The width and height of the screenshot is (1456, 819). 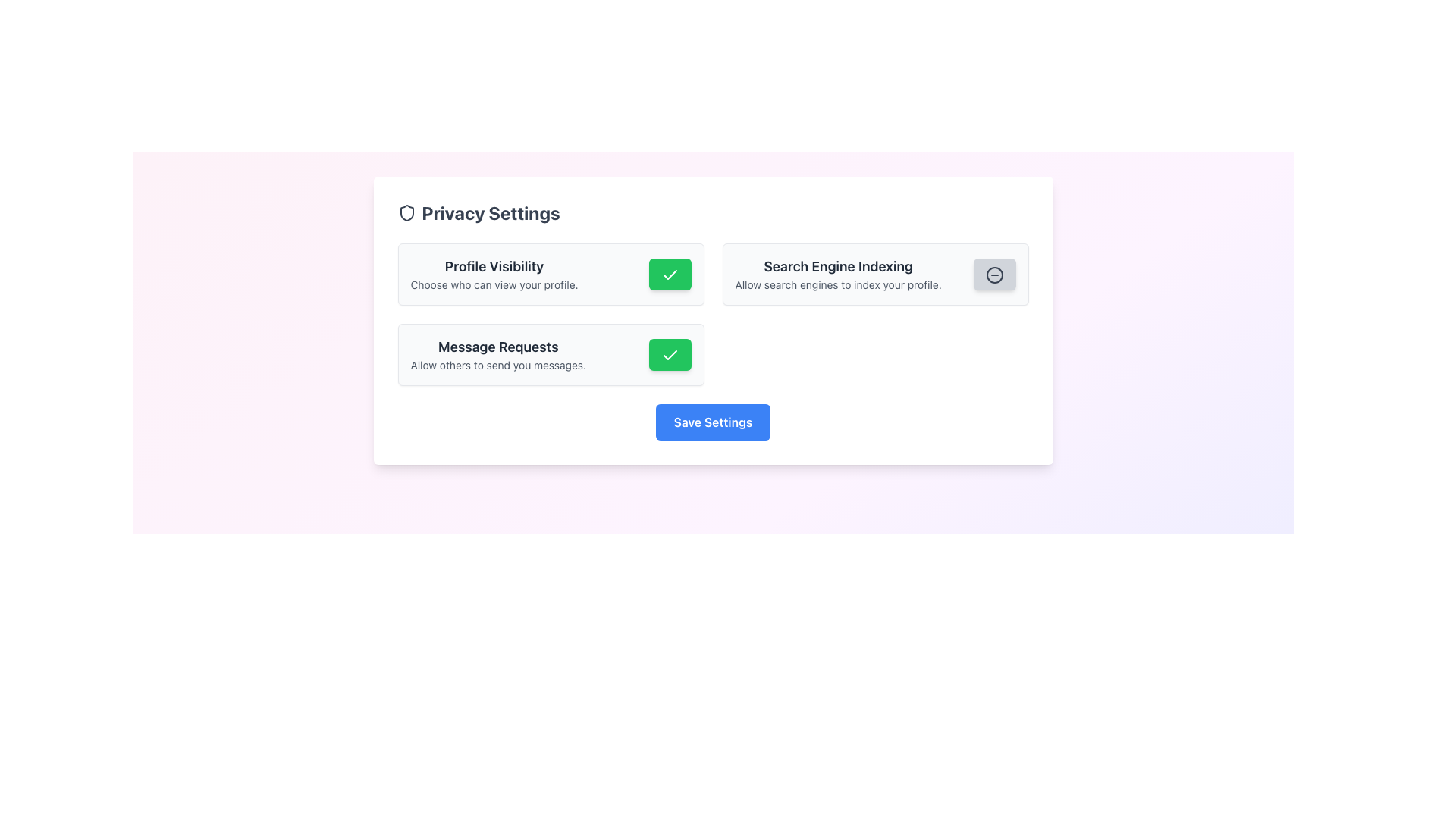 What do you see at coordinates (837, 275) in the screenshot?
I see `the descriptive text label for the 'Search Engine Indexing' feature in the privacy settings` at bounding box center [837, 275].